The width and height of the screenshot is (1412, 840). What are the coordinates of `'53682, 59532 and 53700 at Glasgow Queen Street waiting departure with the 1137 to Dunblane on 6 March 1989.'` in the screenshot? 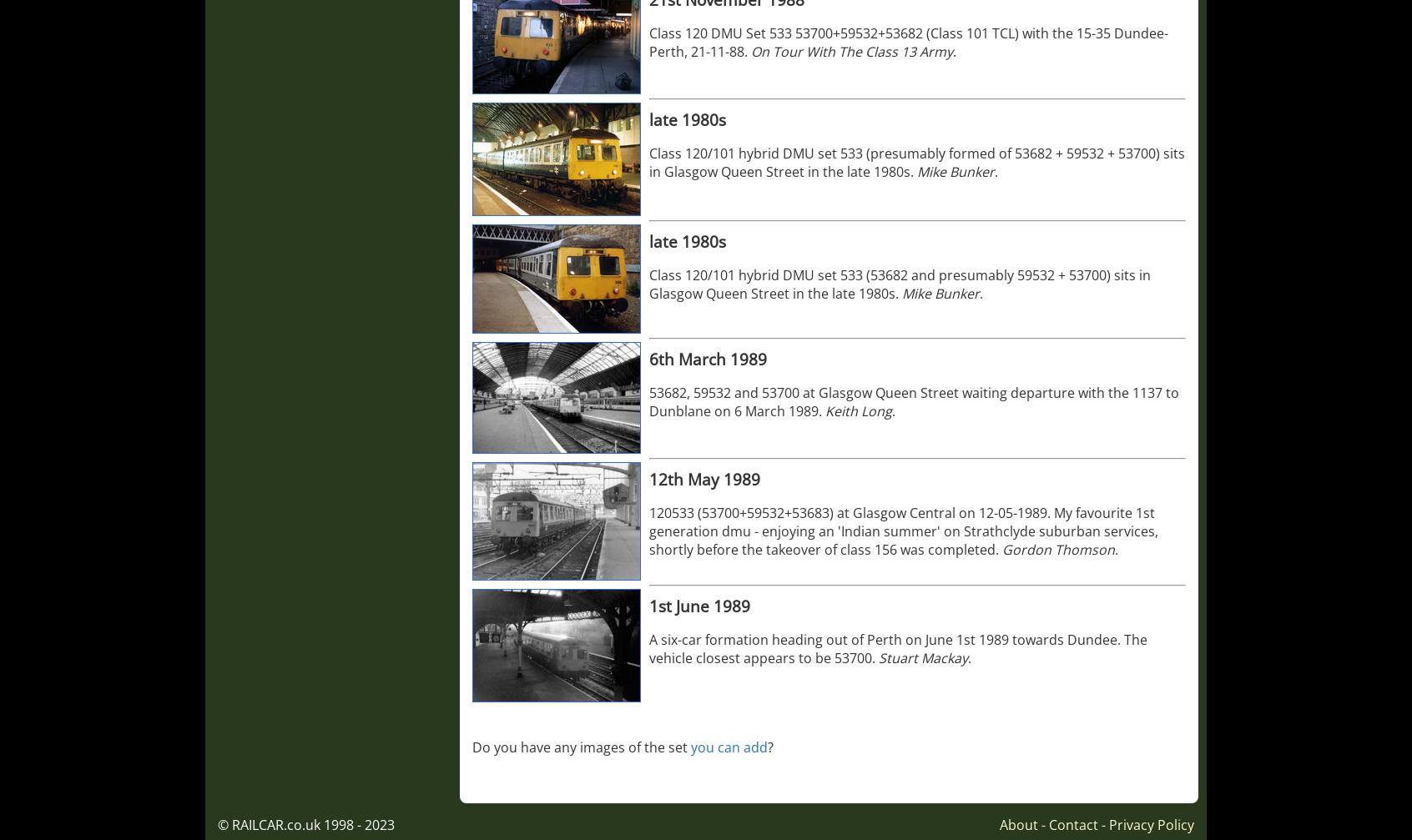 It's located at (648, 401).